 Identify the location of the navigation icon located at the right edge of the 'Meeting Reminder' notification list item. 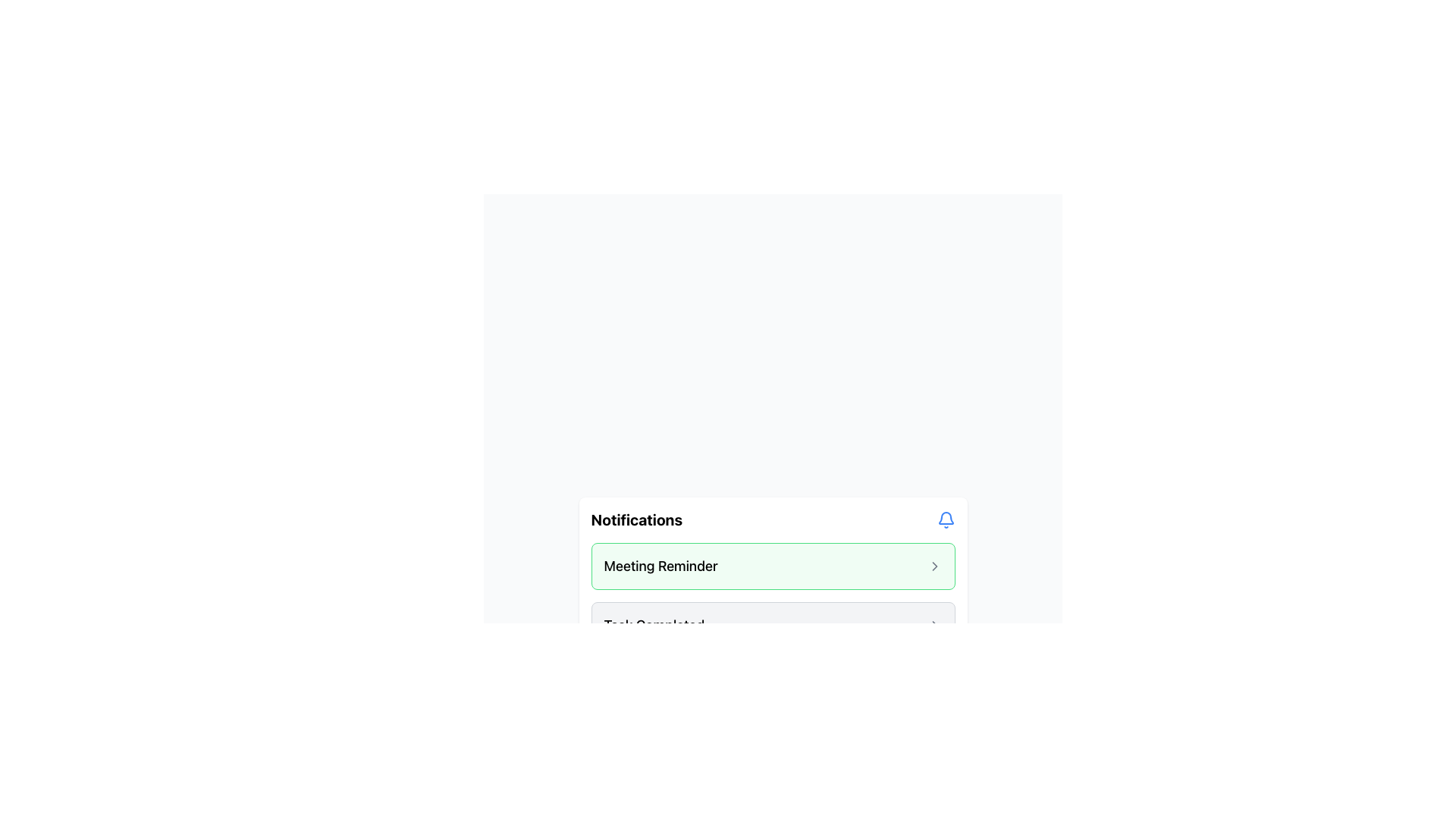
(934, 566).